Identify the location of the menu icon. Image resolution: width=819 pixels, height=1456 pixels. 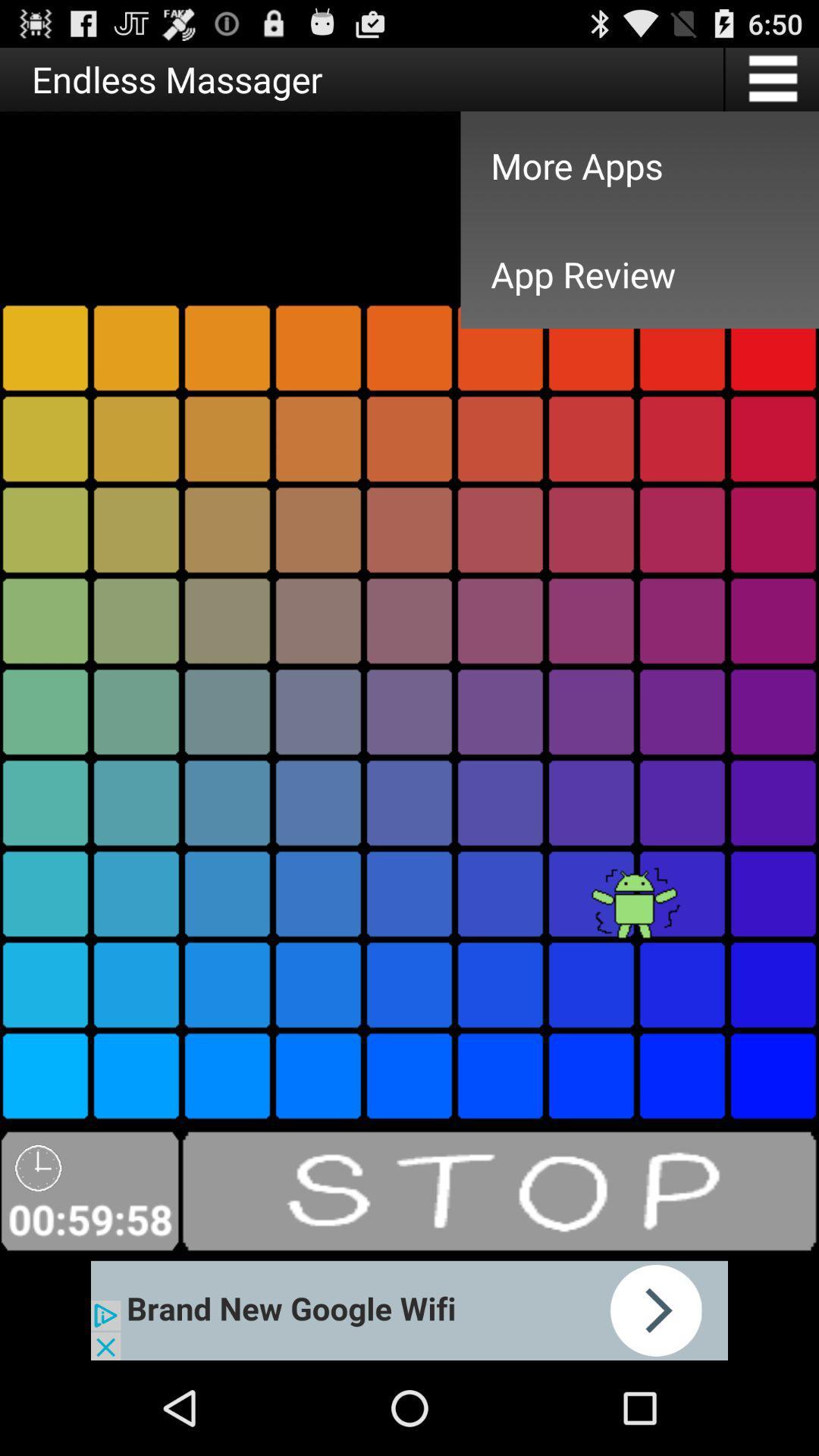
(771, 84).